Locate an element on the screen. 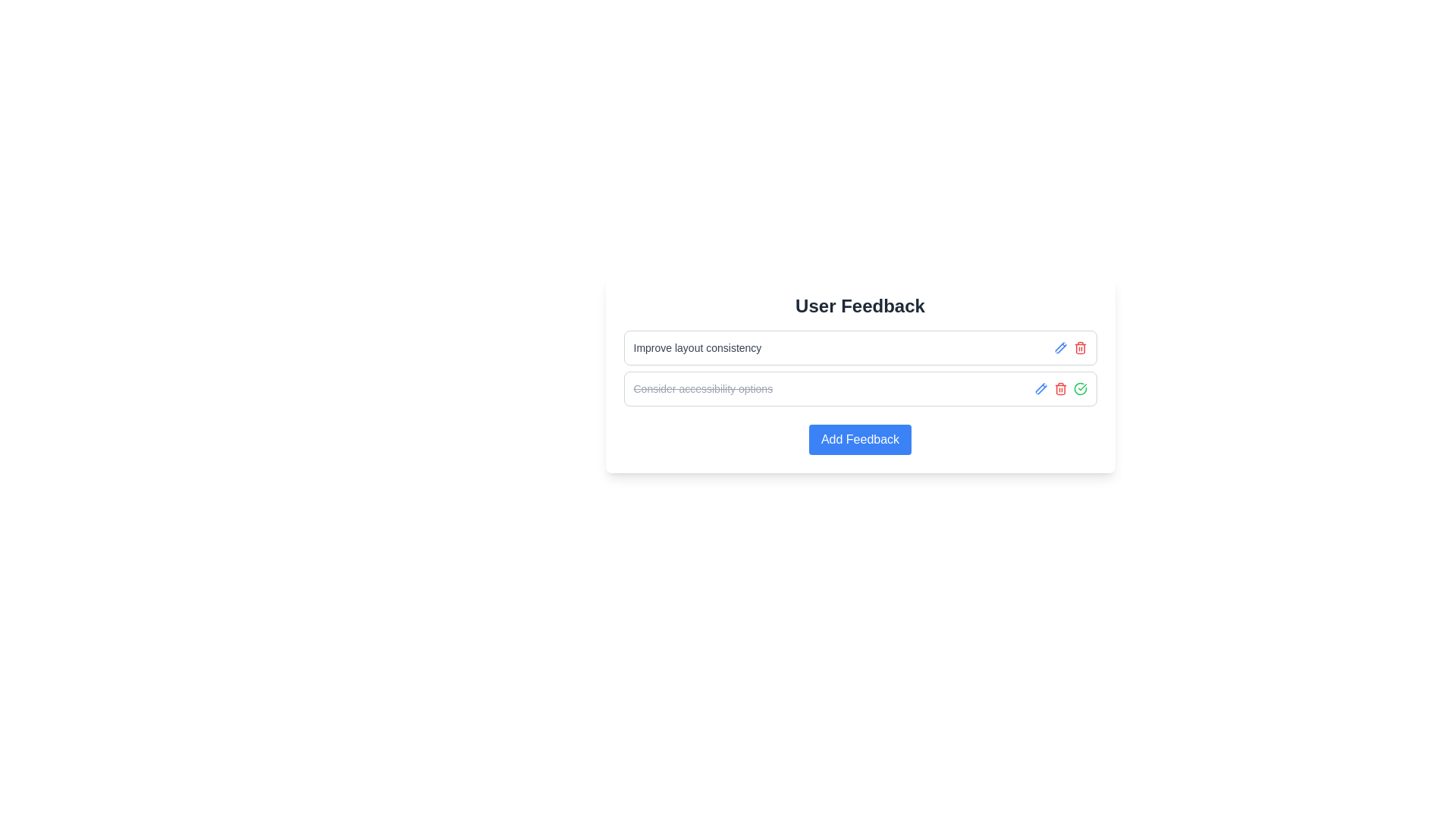  the button located at the bottom center of the modal containing the 'User Feedback' title is located at coordinates (860, 439).